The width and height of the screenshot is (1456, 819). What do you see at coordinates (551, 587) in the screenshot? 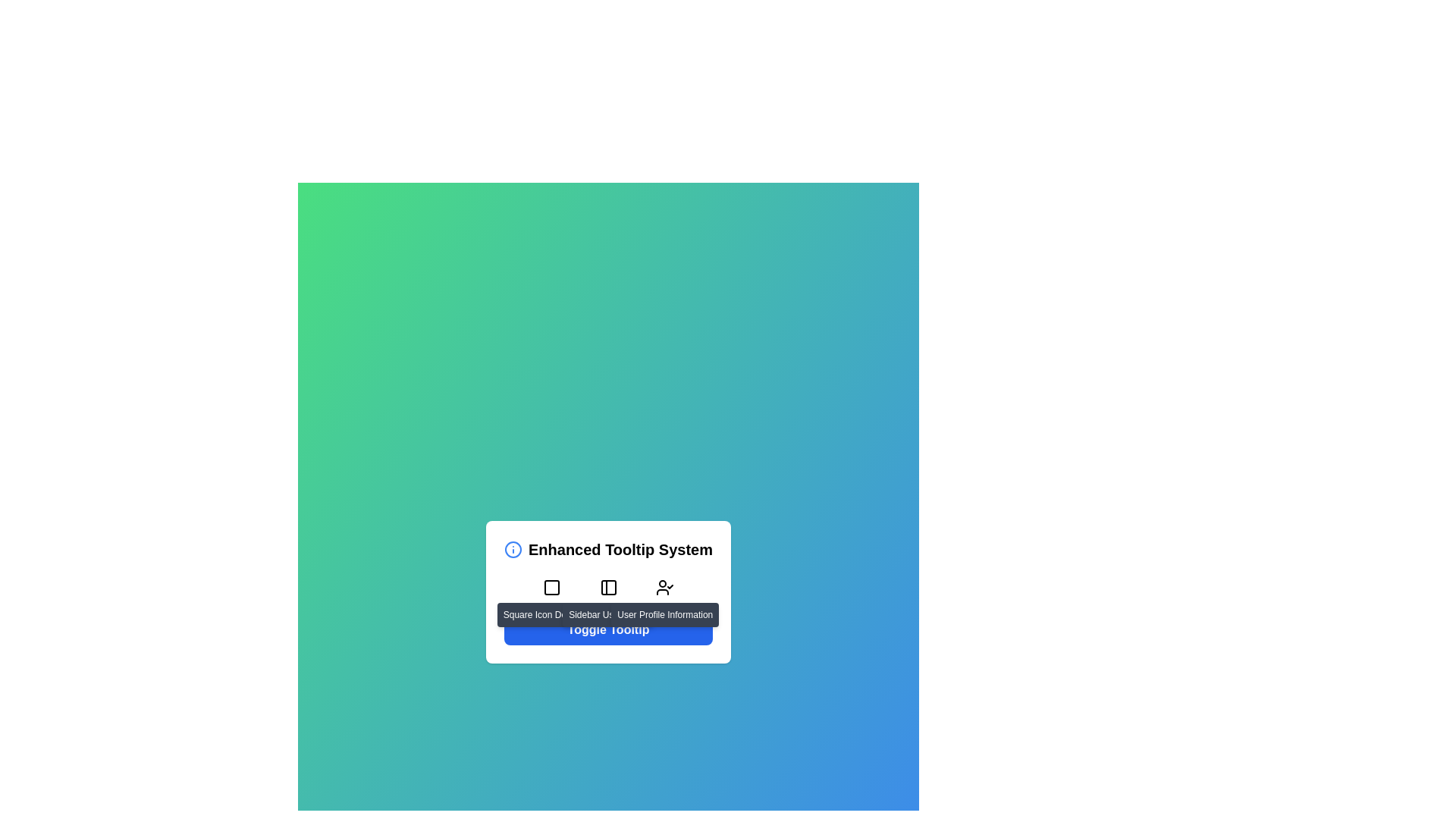
I see `the 'Square Icon Description' icon, which is the leftmost icon in a row of three icons under the heading 'Enhanced Tooltip System'` at bounding box center [551, 587].